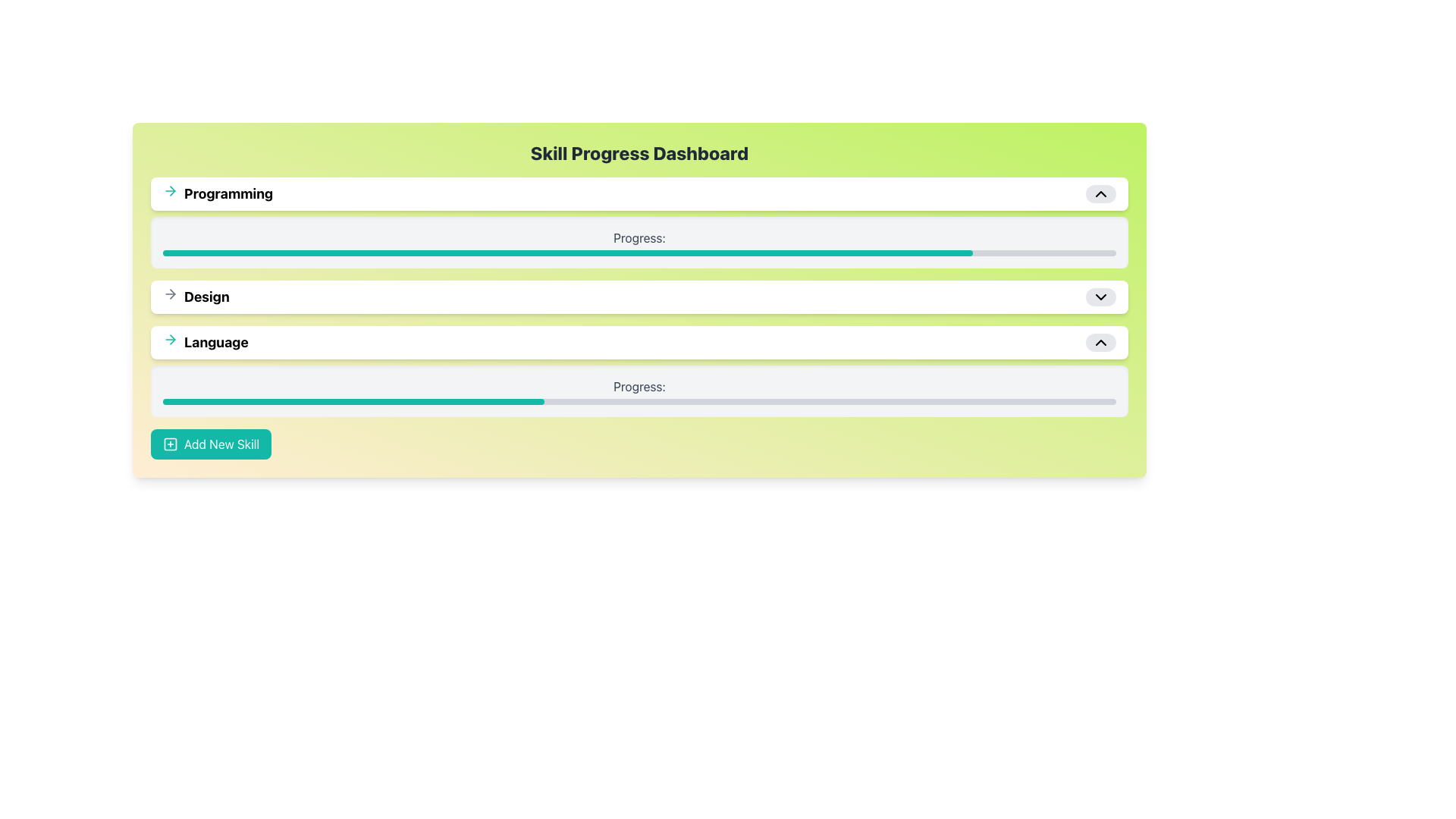 This screenshot has width=1456, height=819. What do you see at coordinates (639, 342) in the screenshot?
I see `the third interactive row in the skill progress dashboard` at bounding box center [639, 342].